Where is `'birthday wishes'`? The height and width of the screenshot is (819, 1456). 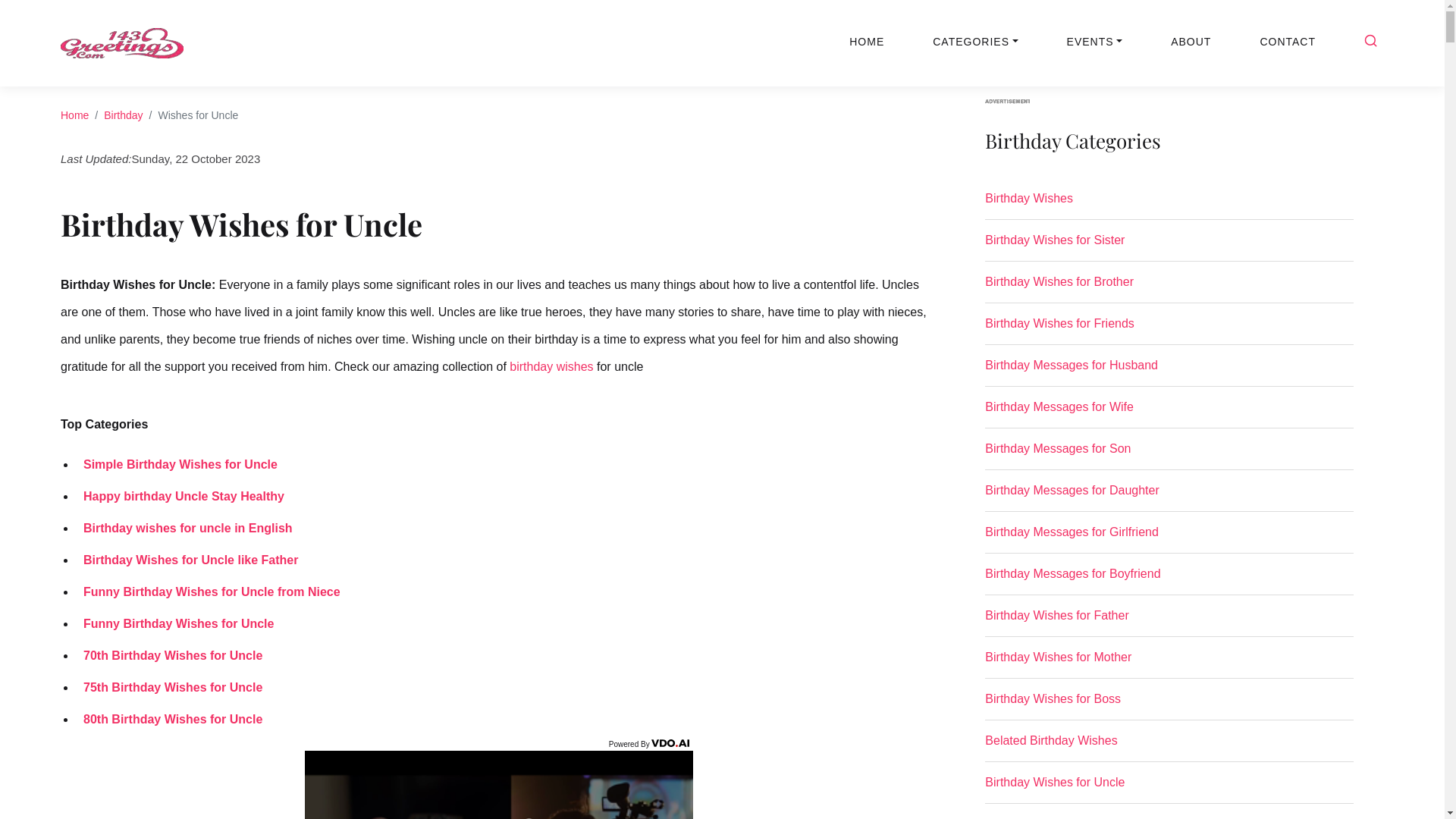 'birthday wishes' is located at coordinates (550, 366).